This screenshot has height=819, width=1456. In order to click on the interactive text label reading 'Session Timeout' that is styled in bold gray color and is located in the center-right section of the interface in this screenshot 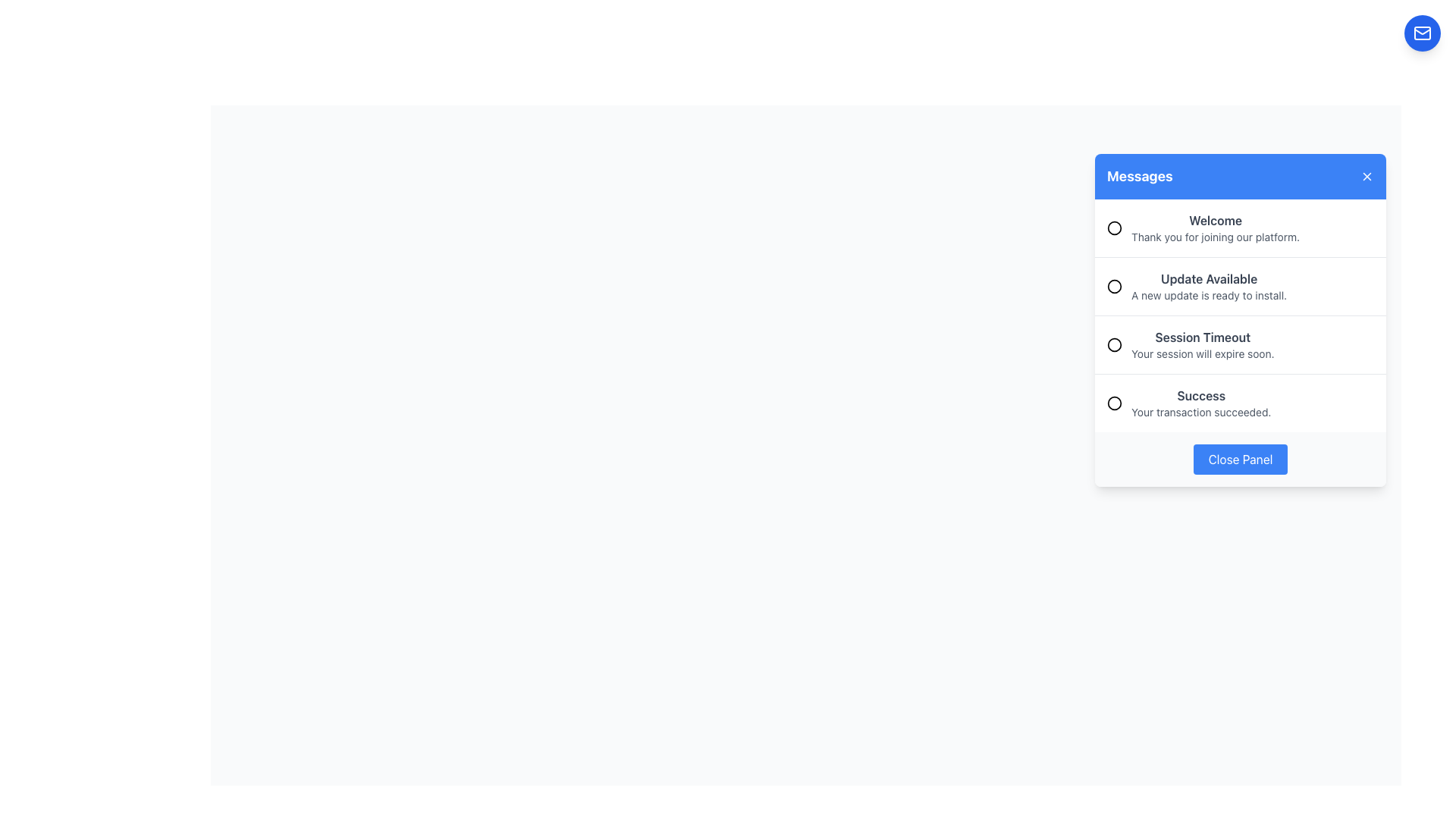, I will do `click(1201, 336)`.